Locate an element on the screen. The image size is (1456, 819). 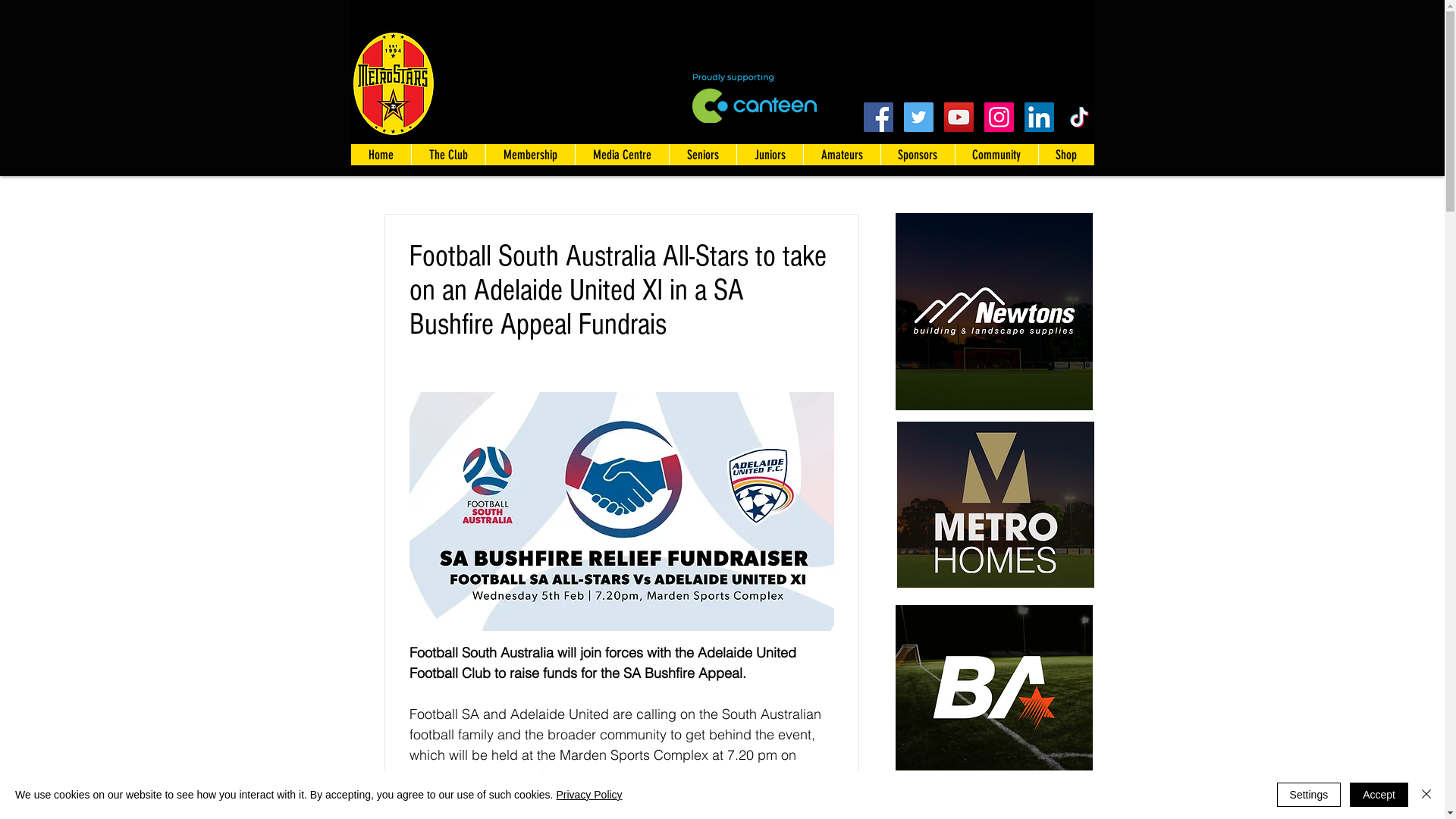
'Amateurs' is located at coordinates (839, 155).